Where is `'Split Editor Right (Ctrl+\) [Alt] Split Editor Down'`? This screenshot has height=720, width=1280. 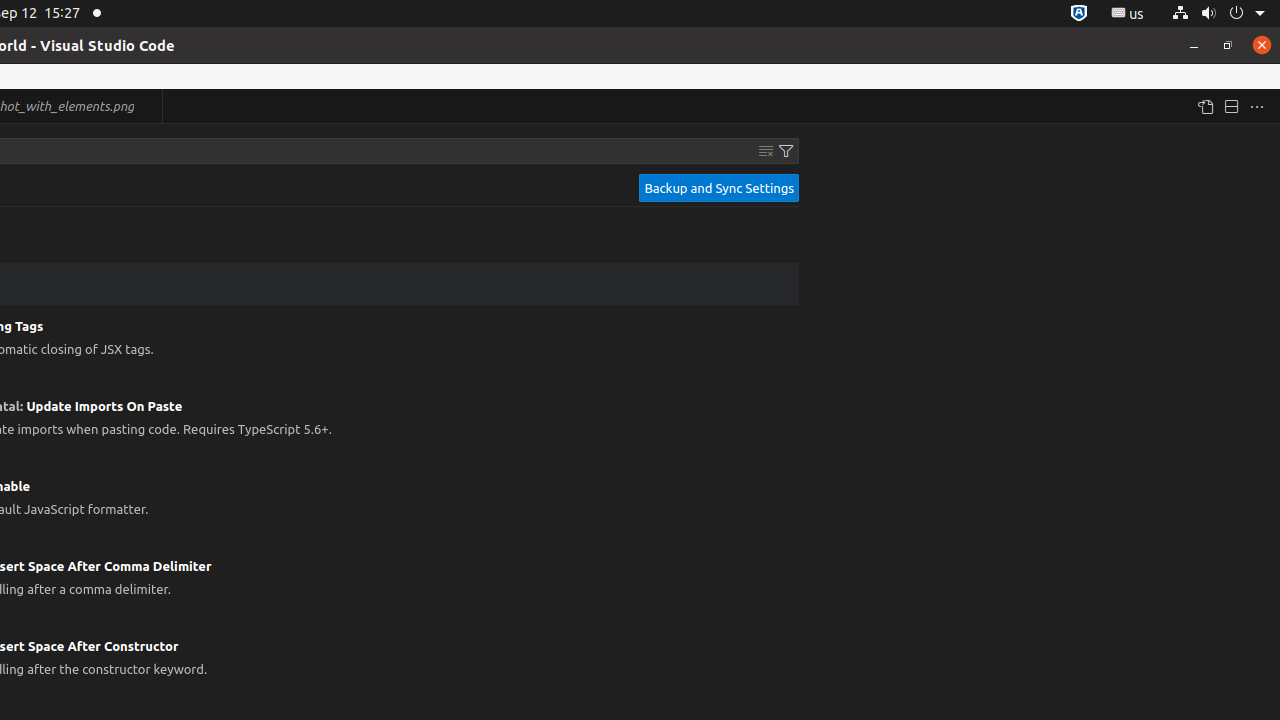
'Split Editor Right (Ctrl+\) [Alt] Split Editor Down' is located at coordinates (1229, 106).